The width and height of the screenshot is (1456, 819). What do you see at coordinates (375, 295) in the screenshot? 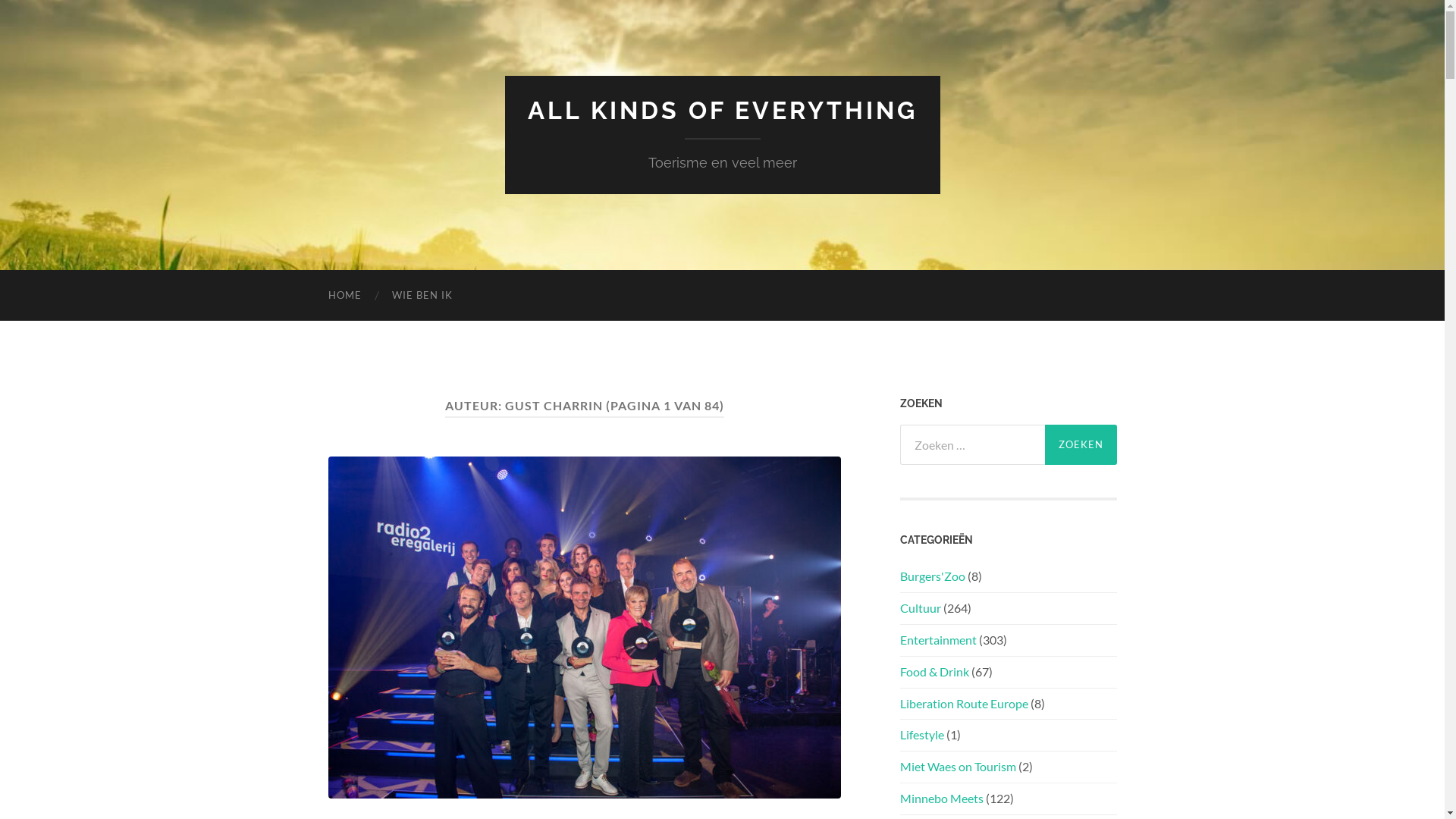
I see `'WIE BEN IK'` at bounding box center [375, 295].